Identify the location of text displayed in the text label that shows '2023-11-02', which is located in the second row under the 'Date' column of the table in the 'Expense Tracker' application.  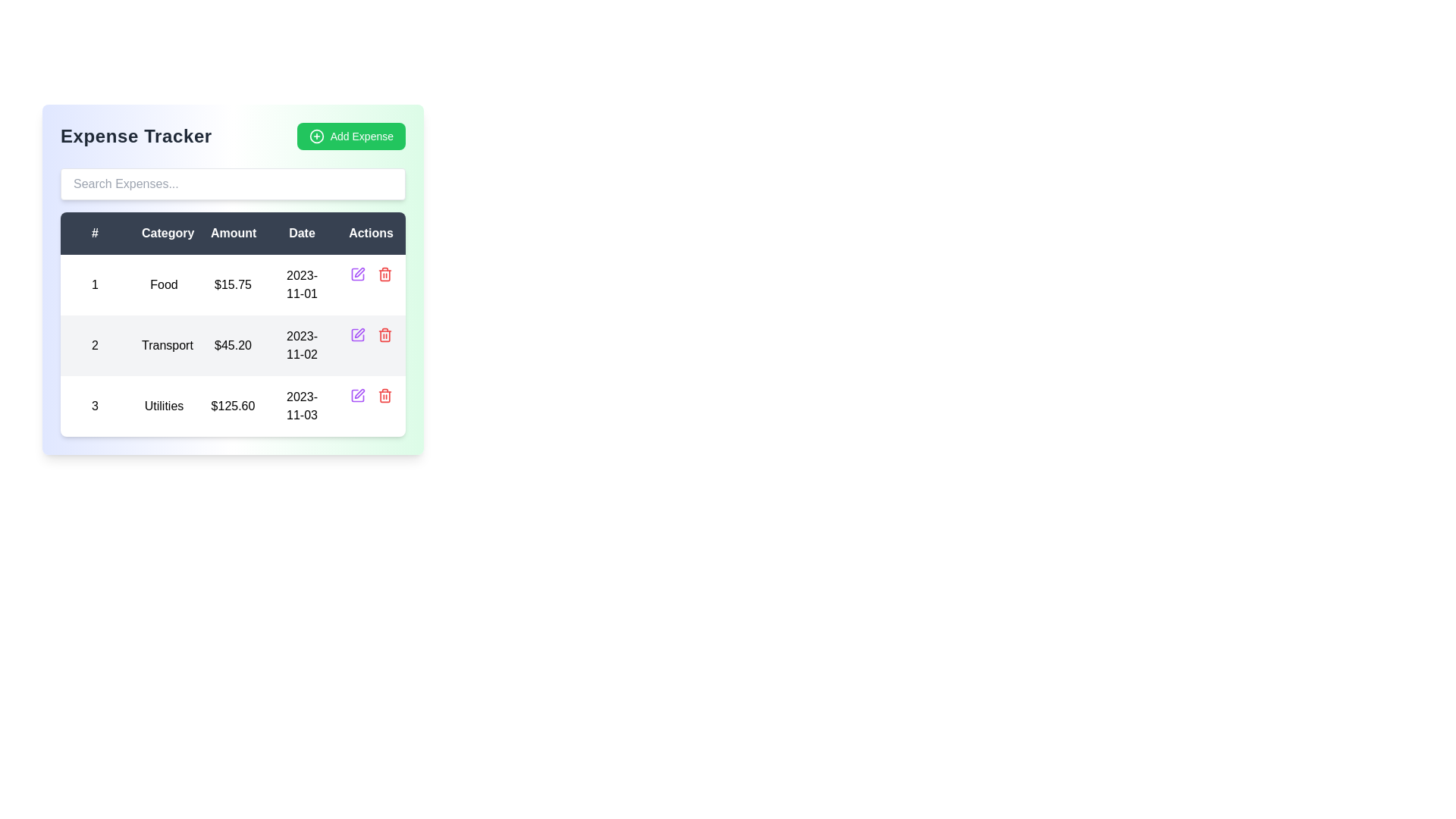
(302, 345).